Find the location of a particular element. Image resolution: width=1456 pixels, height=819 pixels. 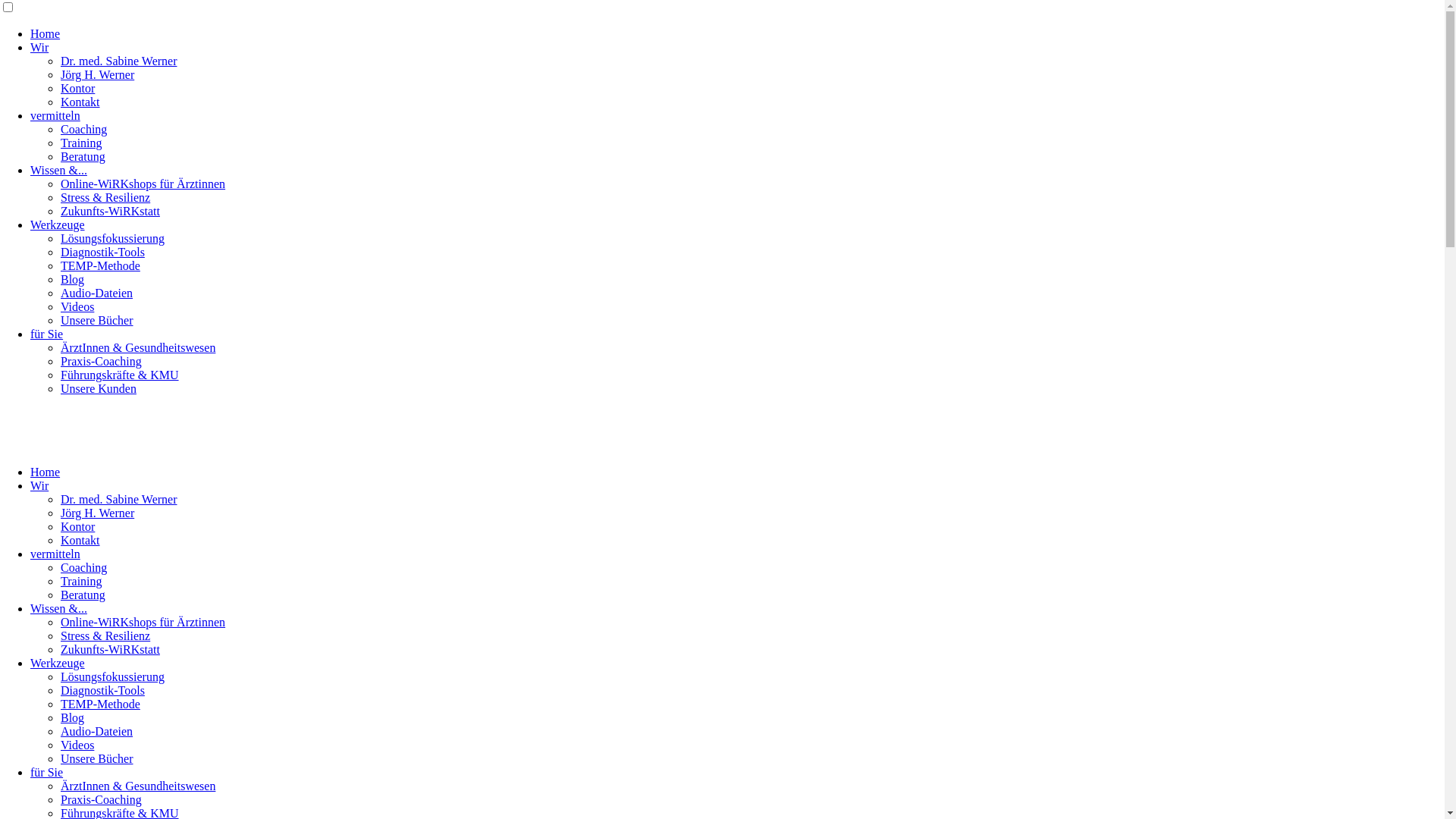

'Videos' is located at coordinates (61, 744).